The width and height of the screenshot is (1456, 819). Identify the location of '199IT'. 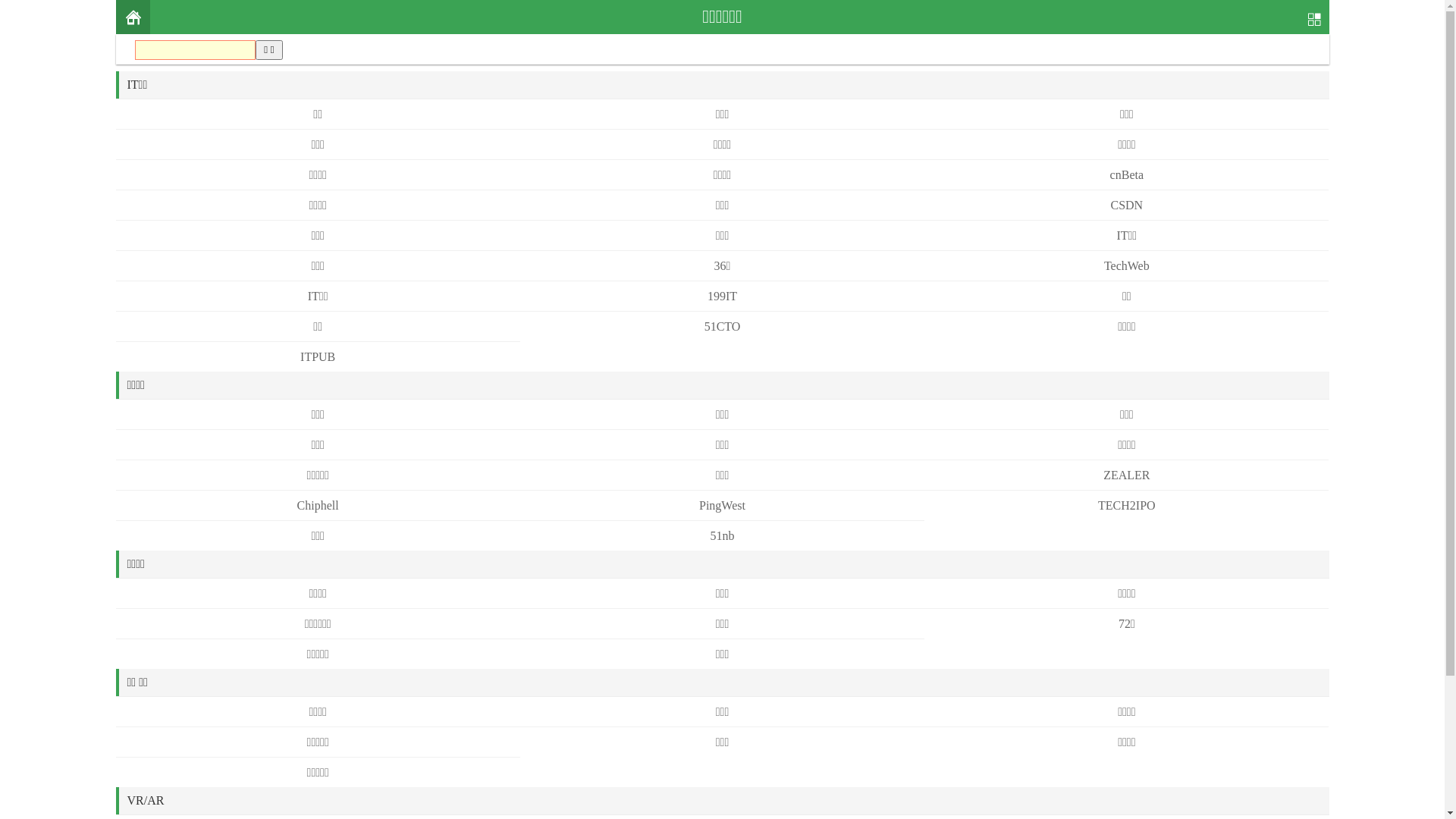
(721, 296).